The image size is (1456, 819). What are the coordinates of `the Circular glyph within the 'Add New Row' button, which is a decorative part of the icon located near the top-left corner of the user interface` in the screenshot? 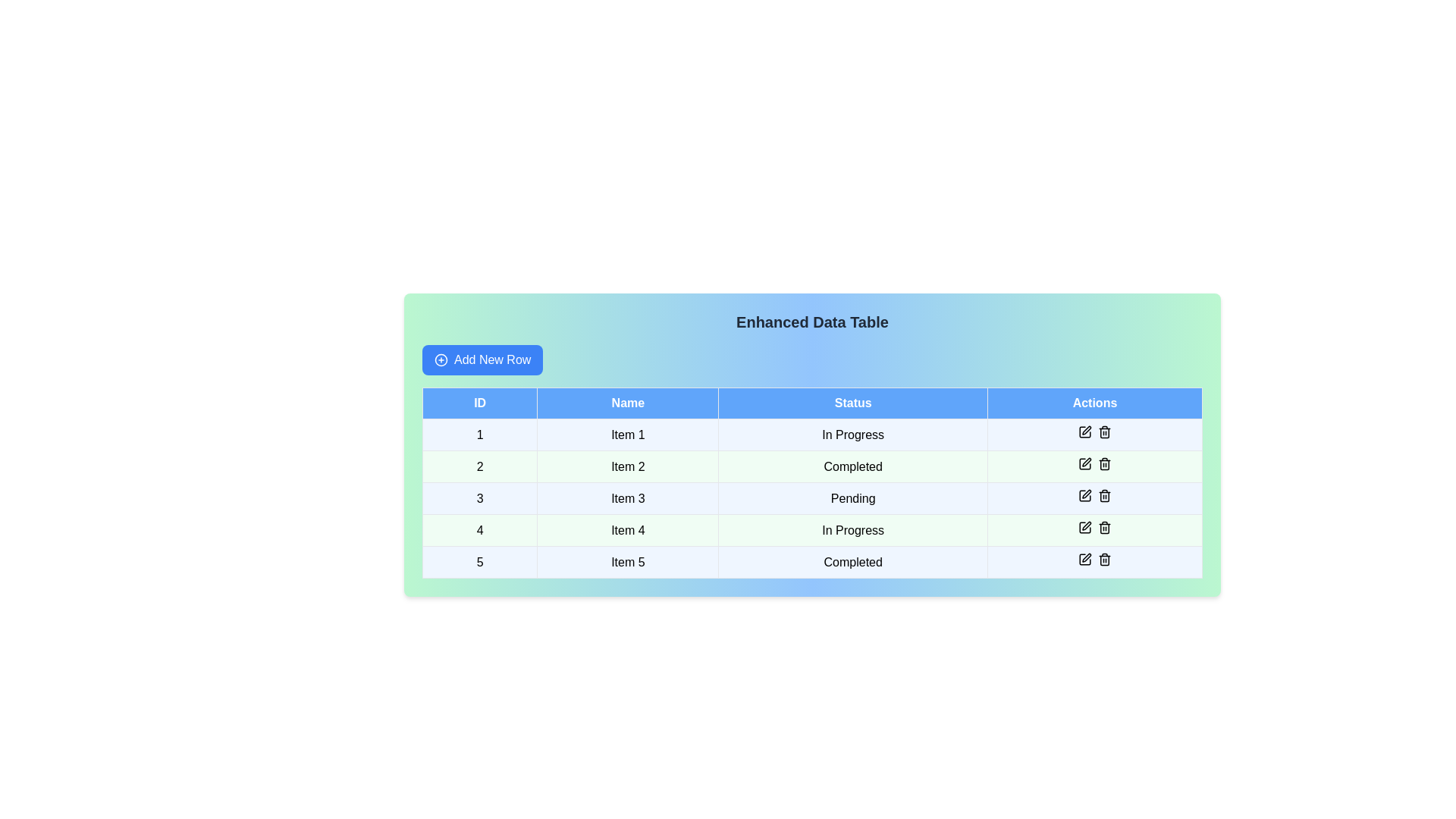 It's located at (440, 359).